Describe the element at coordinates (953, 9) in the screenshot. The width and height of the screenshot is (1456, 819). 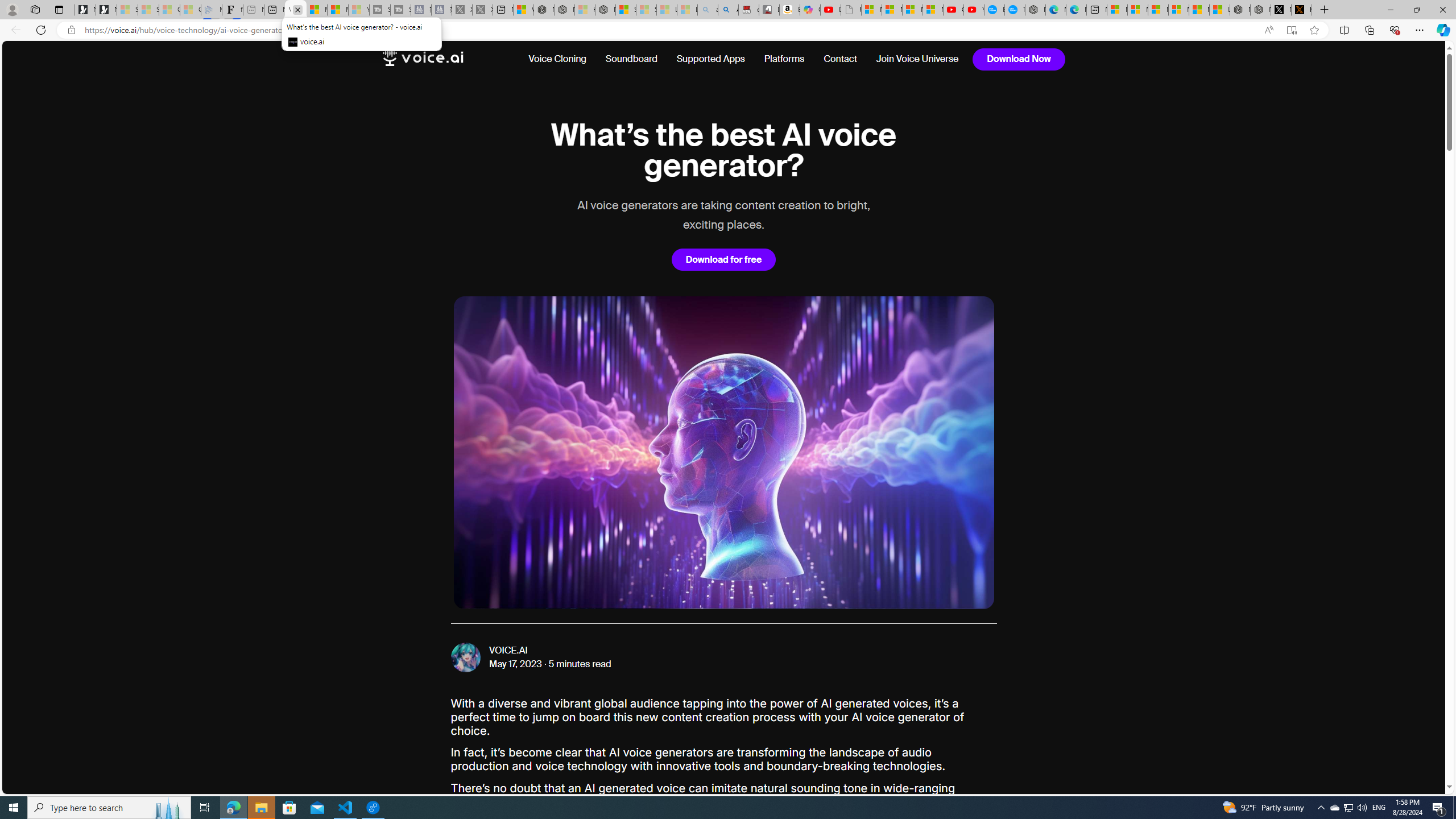
I see `'Gloom - YouTube'` at that location.